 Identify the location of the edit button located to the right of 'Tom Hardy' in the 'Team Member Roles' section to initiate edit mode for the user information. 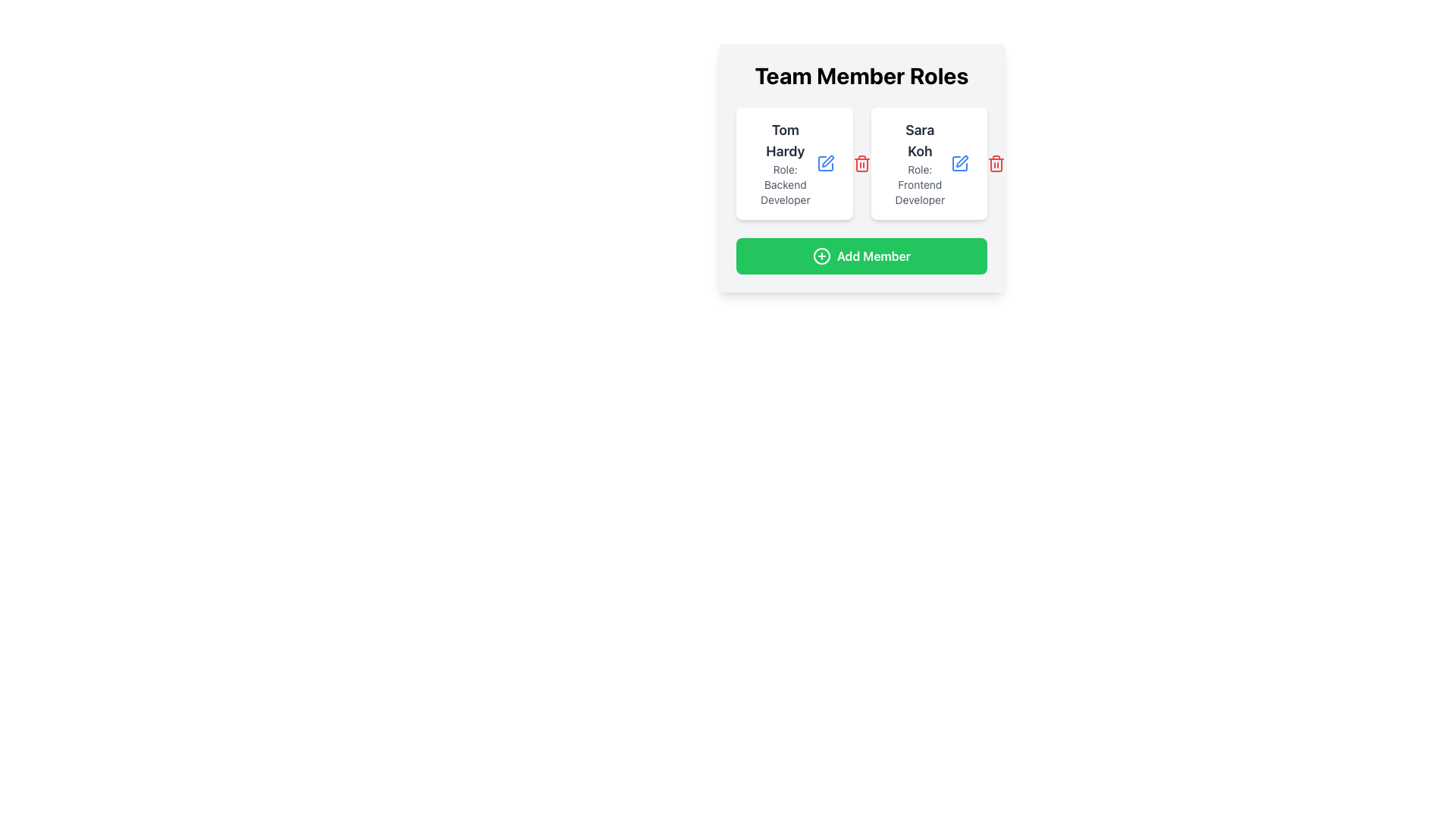
(824, 164).